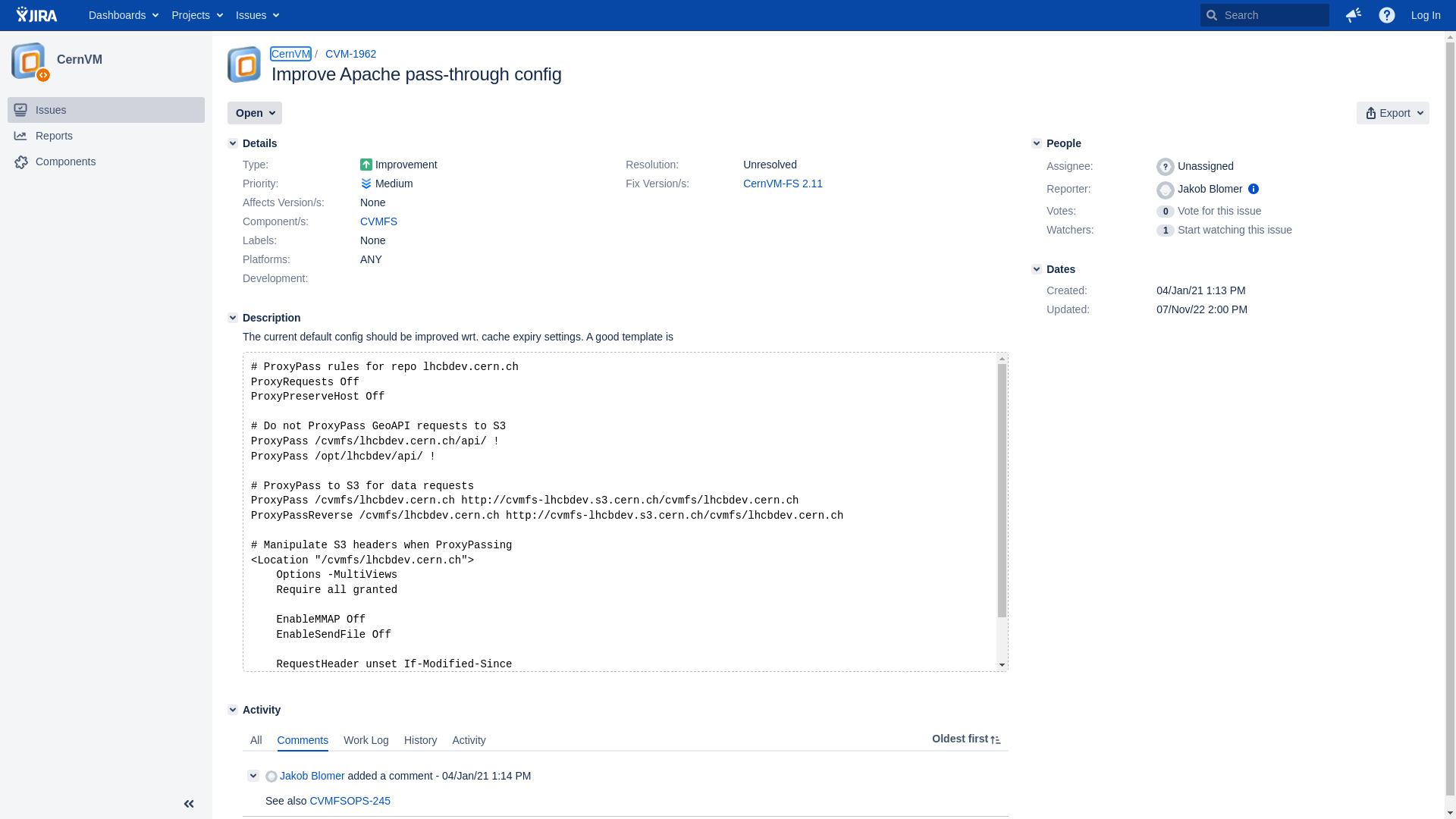  Describe the element at coordinates (359, 221) in the screenshot. I see `'CVMFS'` at that location.